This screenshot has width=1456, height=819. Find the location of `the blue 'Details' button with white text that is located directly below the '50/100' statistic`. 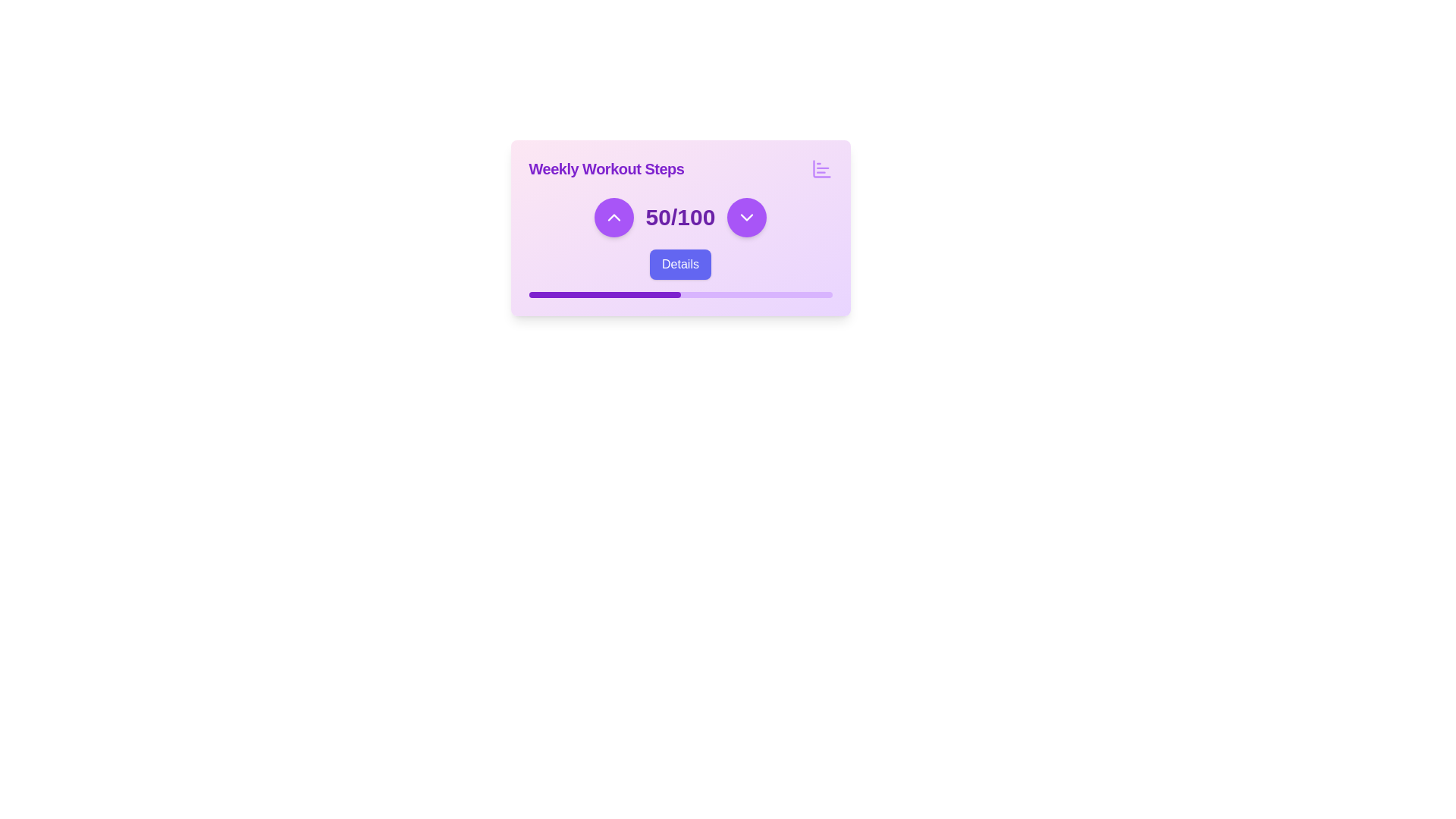

the blue 'Details' button with white text that is located directly below the '50/100' statistic is located at coordinates (679, 263).